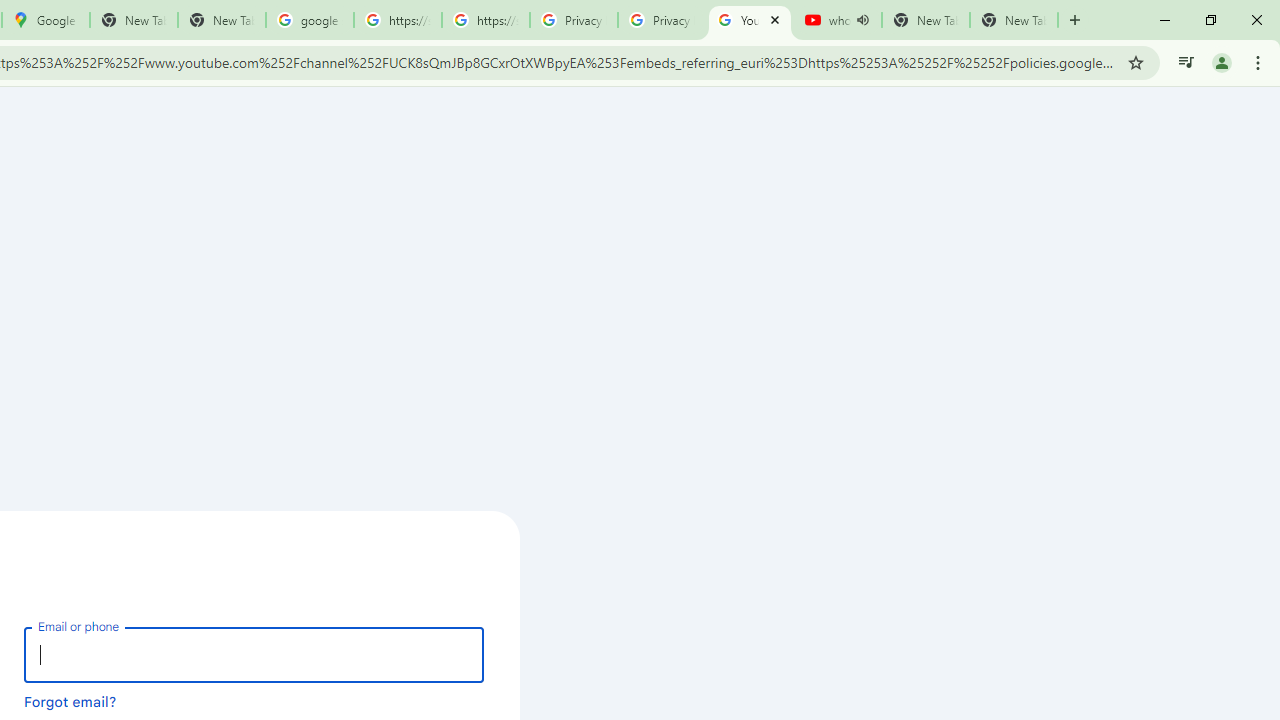 The image size is (1280, 720). I want to click on 'https://scholar.google.com/', so click(398, 20).